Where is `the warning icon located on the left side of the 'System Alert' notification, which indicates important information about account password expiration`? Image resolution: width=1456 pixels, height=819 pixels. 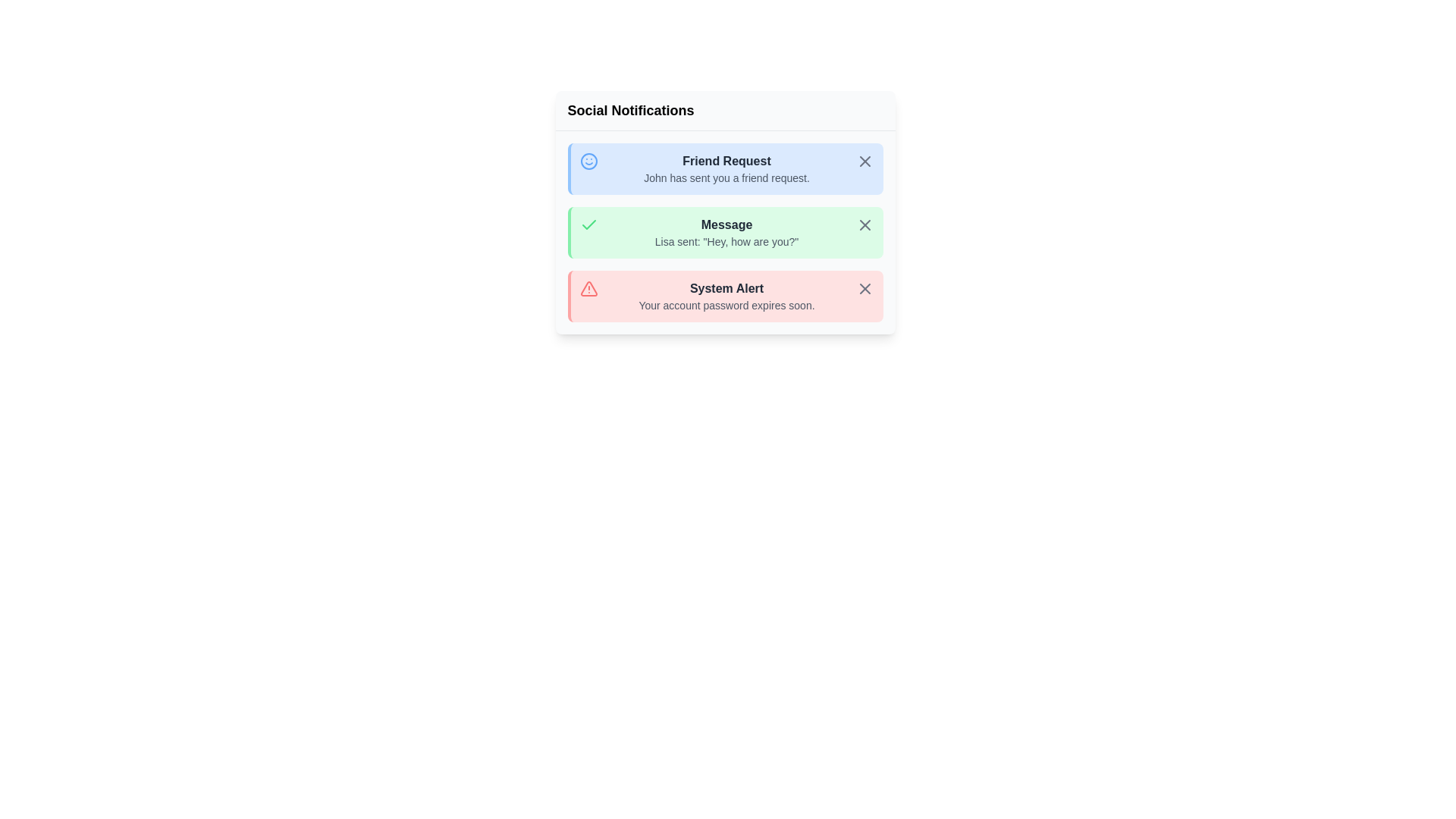 the warning icon located on the left side of the 'System Alert' notification, which indicates important information about account password expiration is located at coordinates (588, 289).